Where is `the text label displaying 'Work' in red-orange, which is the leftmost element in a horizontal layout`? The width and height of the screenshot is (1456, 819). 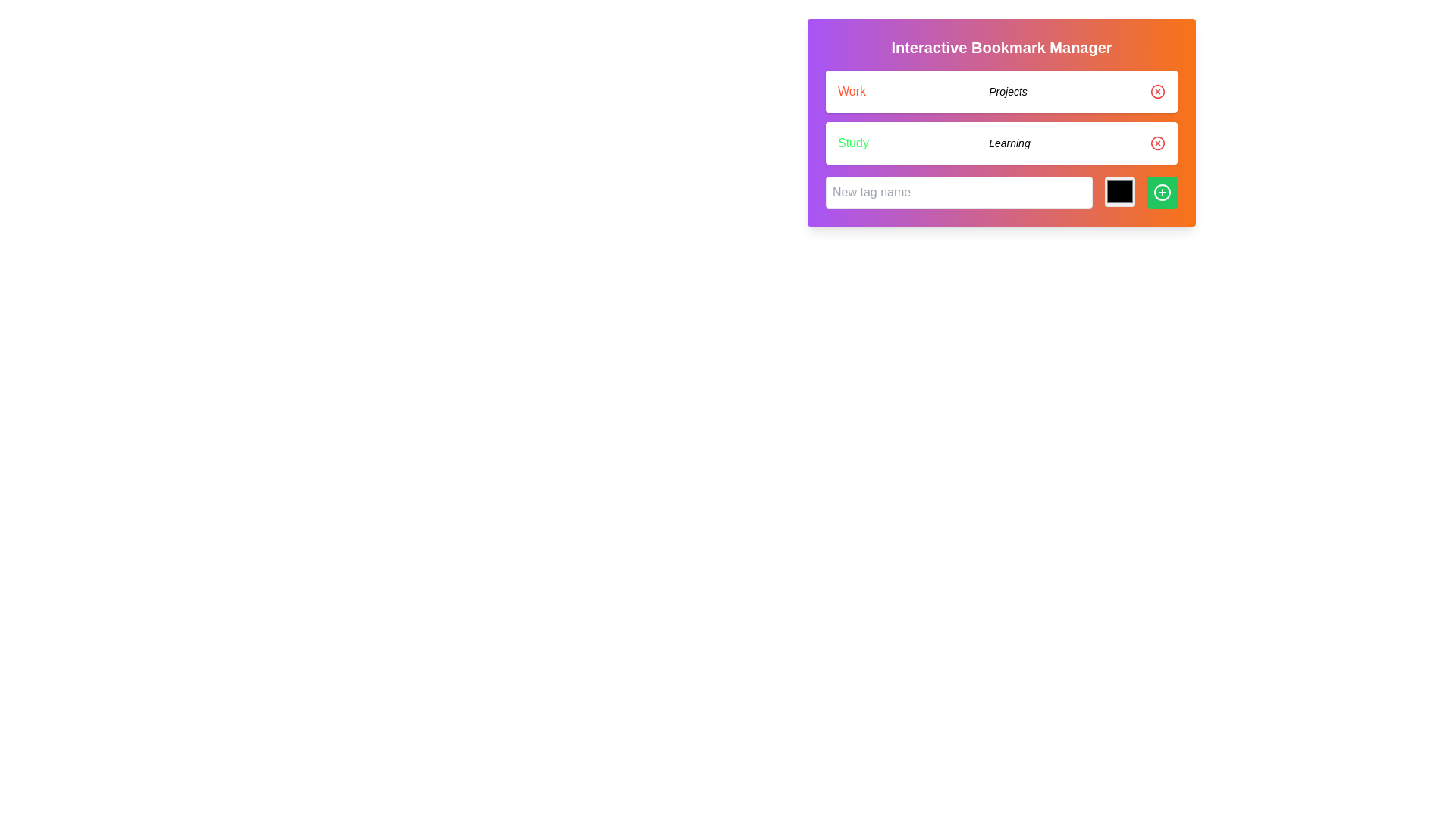
the text label displaying 'Work' in red-orange, which is the leftmost element in a horizontal layout is located at coordinates (852, 91).